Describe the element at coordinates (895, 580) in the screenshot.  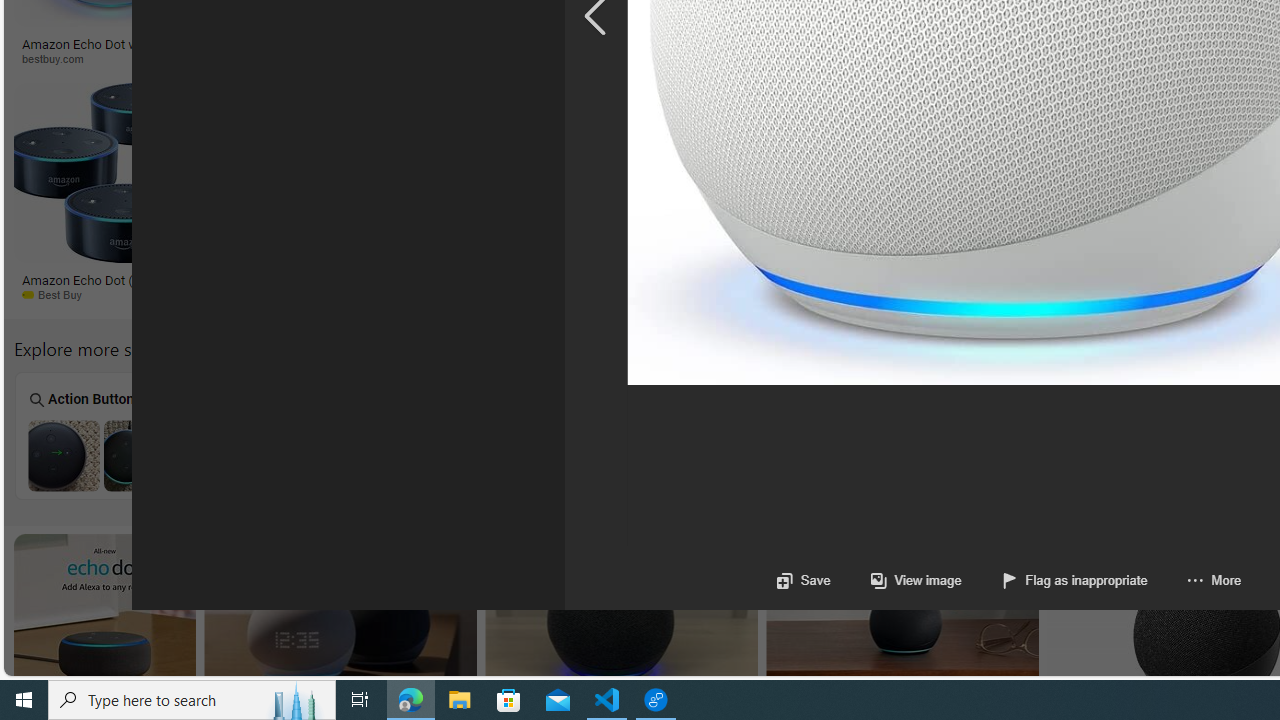
I see `'View image'` at that location.